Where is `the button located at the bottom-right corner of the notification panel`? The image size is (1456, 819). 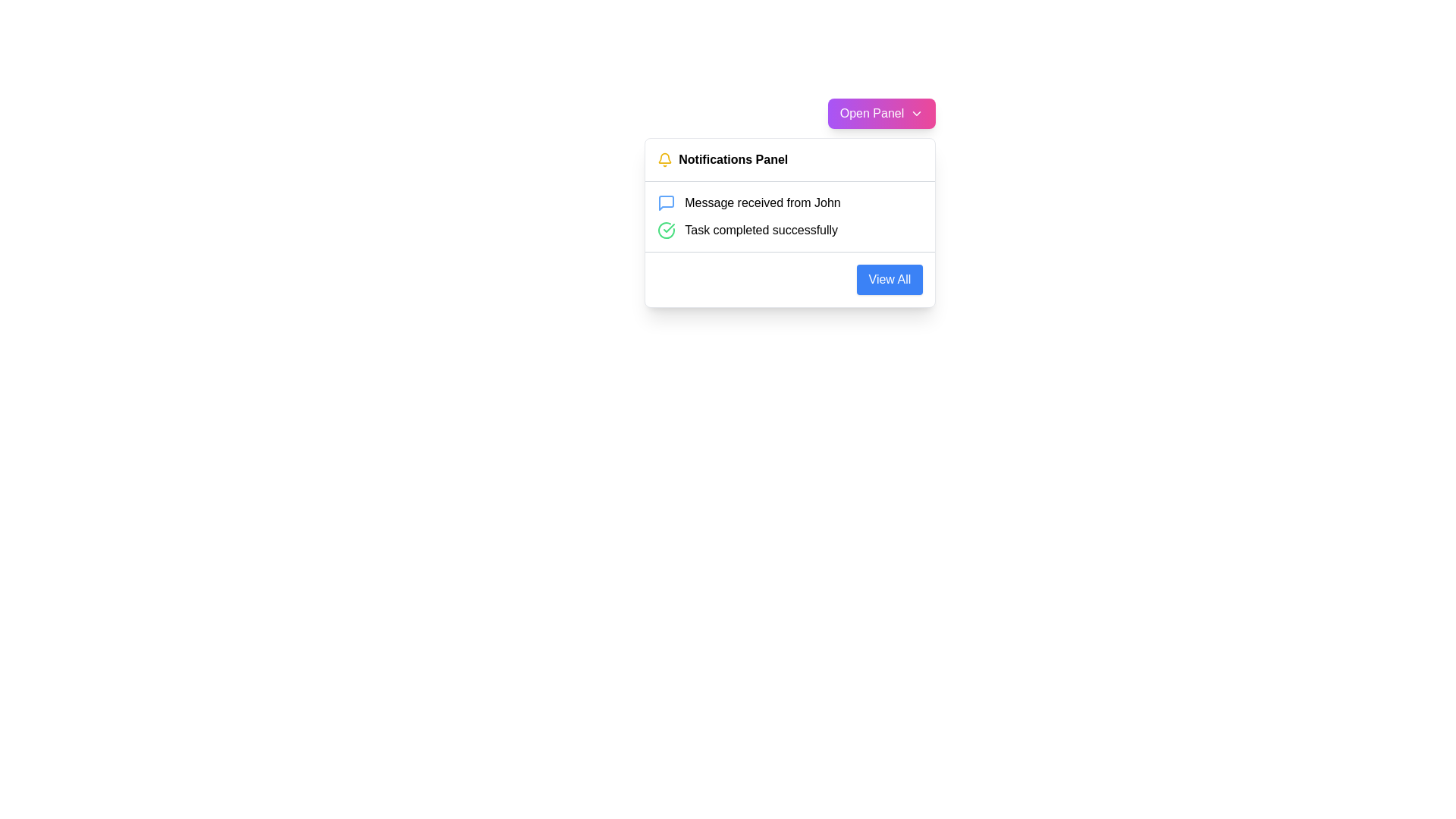 the button located at the bottom-right corner of the notification panel is located at coordinates (789, 279).